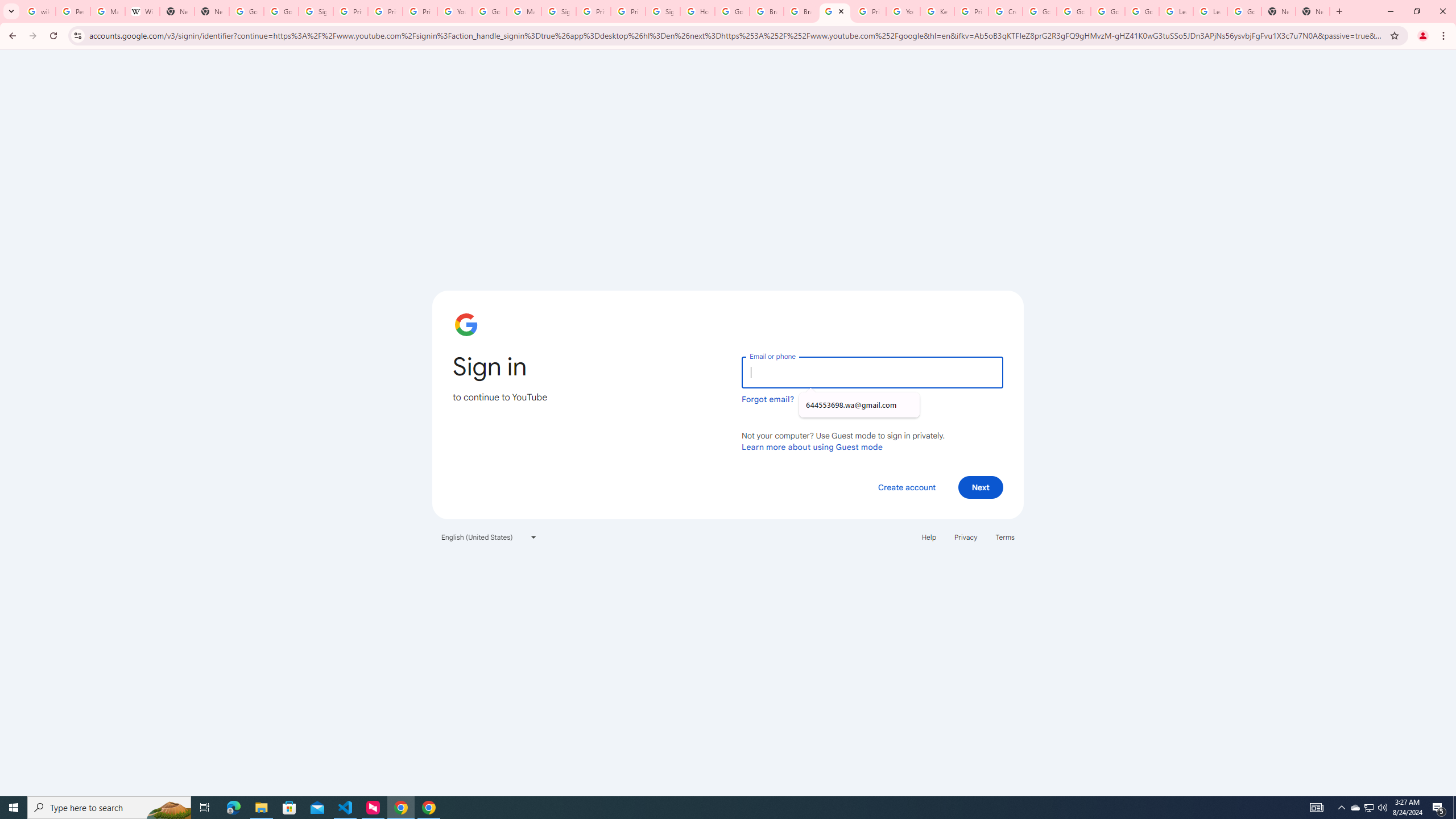 The image size is (1456, 819). I want to click on 'Wikipedia:Edit requests - Wikipedia', so click(141, 11).